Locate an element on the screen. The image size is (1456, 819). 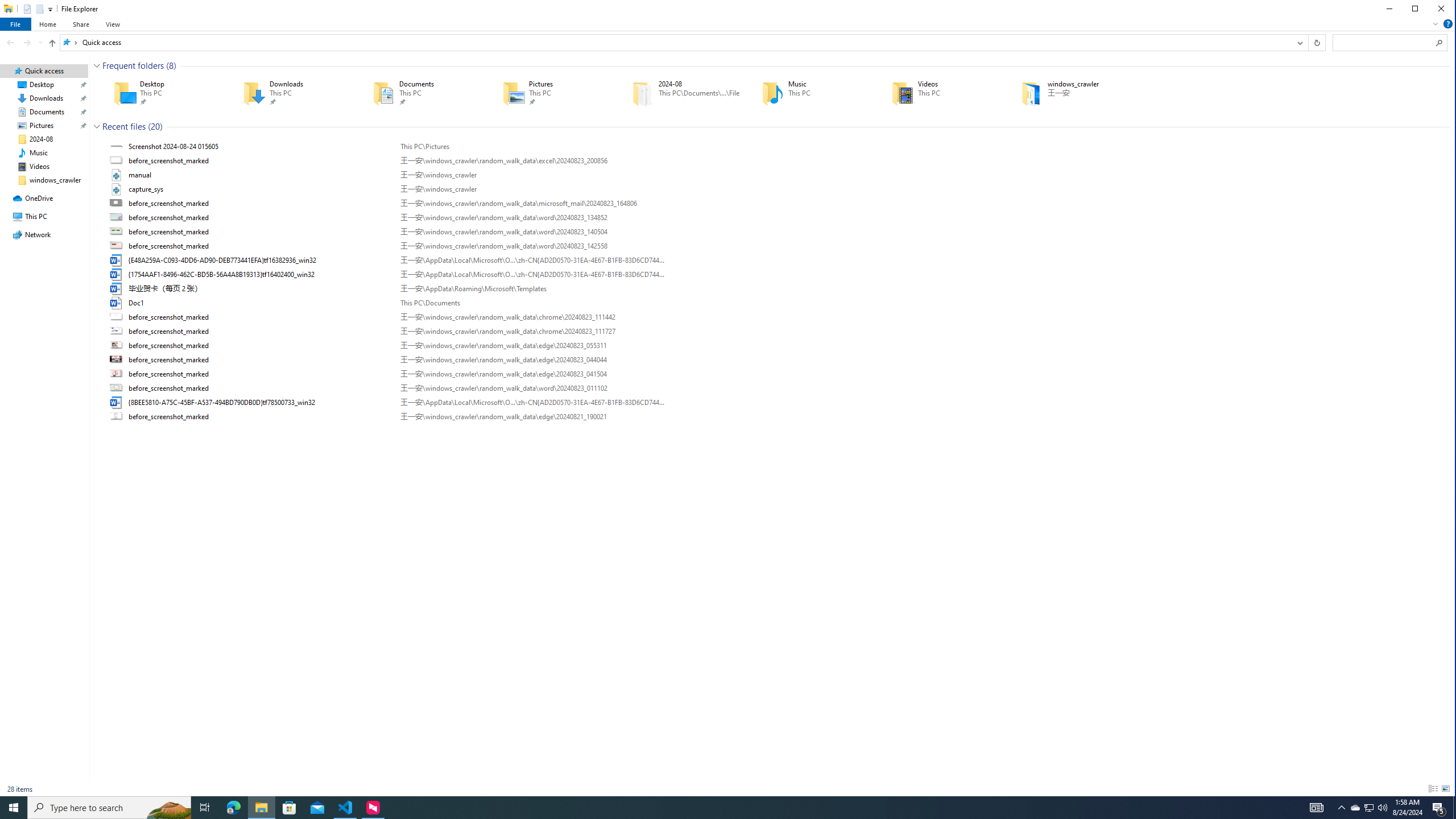
'Help' is located at coordinates (1447, 24).